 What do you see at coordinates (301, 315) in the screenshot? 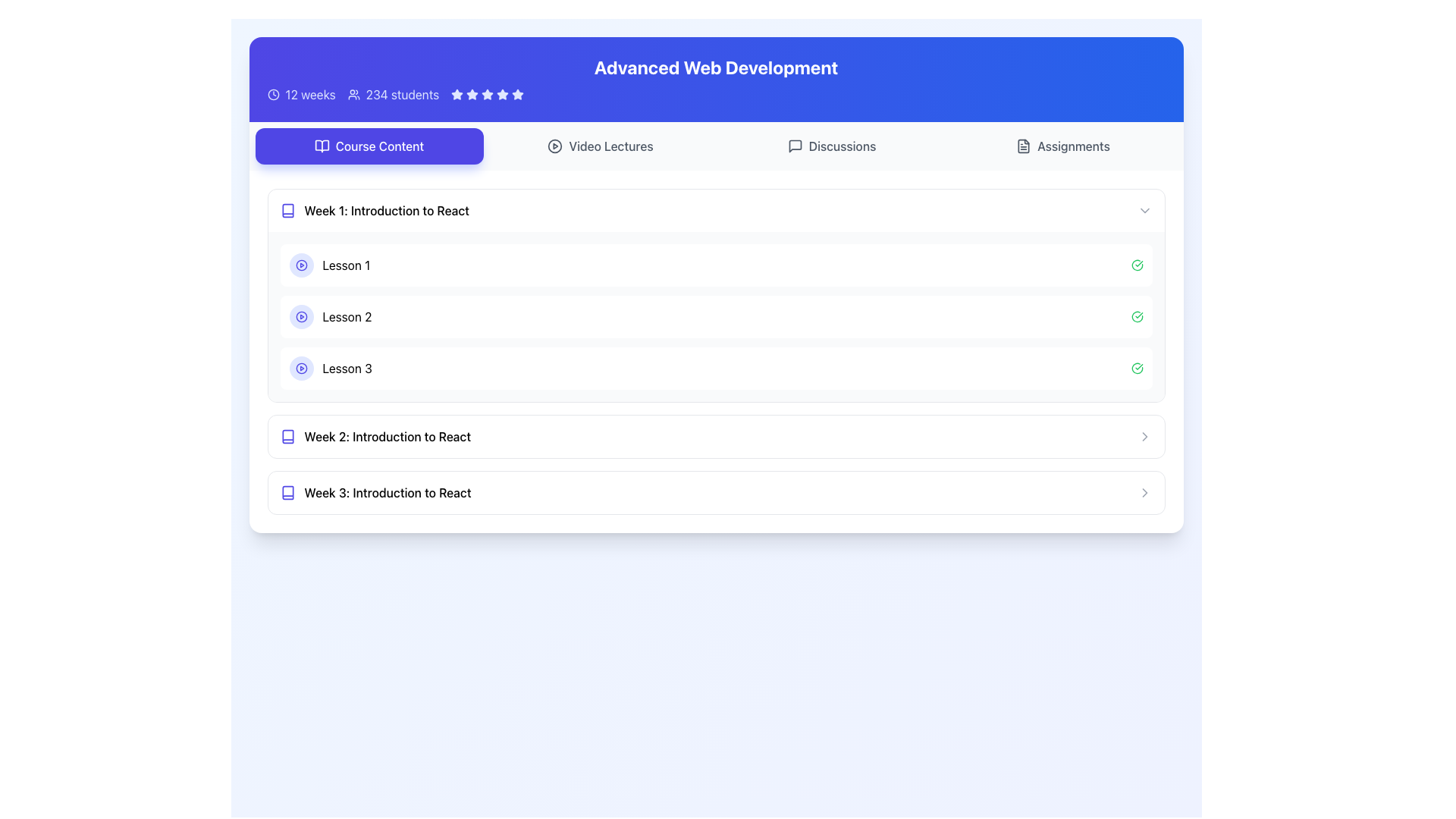
I see `the circular blue play icon with a triangle symbol inside it, located in the second lesson item under 'Week 1: Introduction to React', to play the associated media` at bounding box center [301, 315].